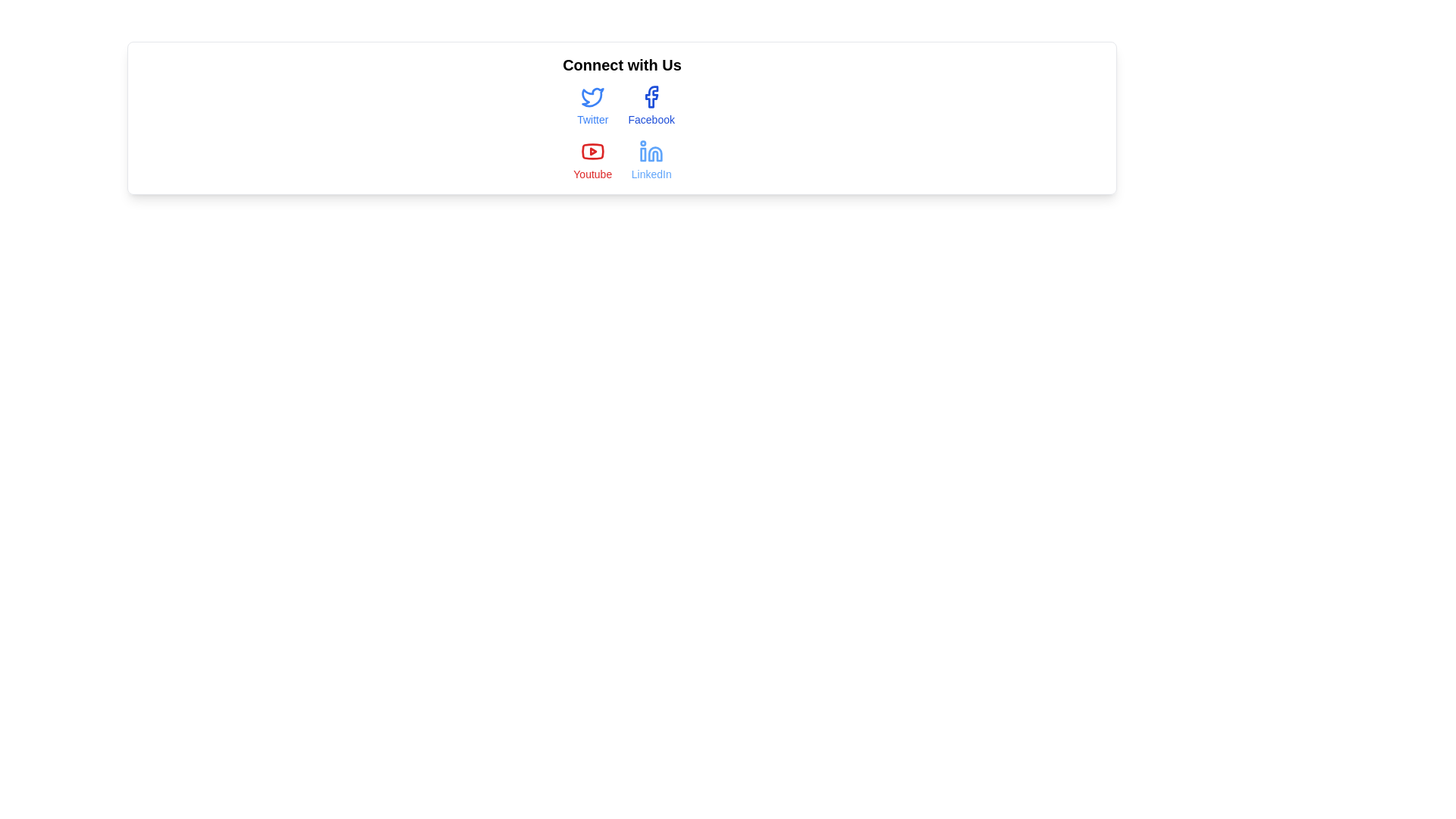  What do you see at coordinates (651, 161) in the screenshot?
I see `the blue-colored hyperlinked text 'LinkedIn' with the LinkedIn icon` at bounding box center [651, 161].